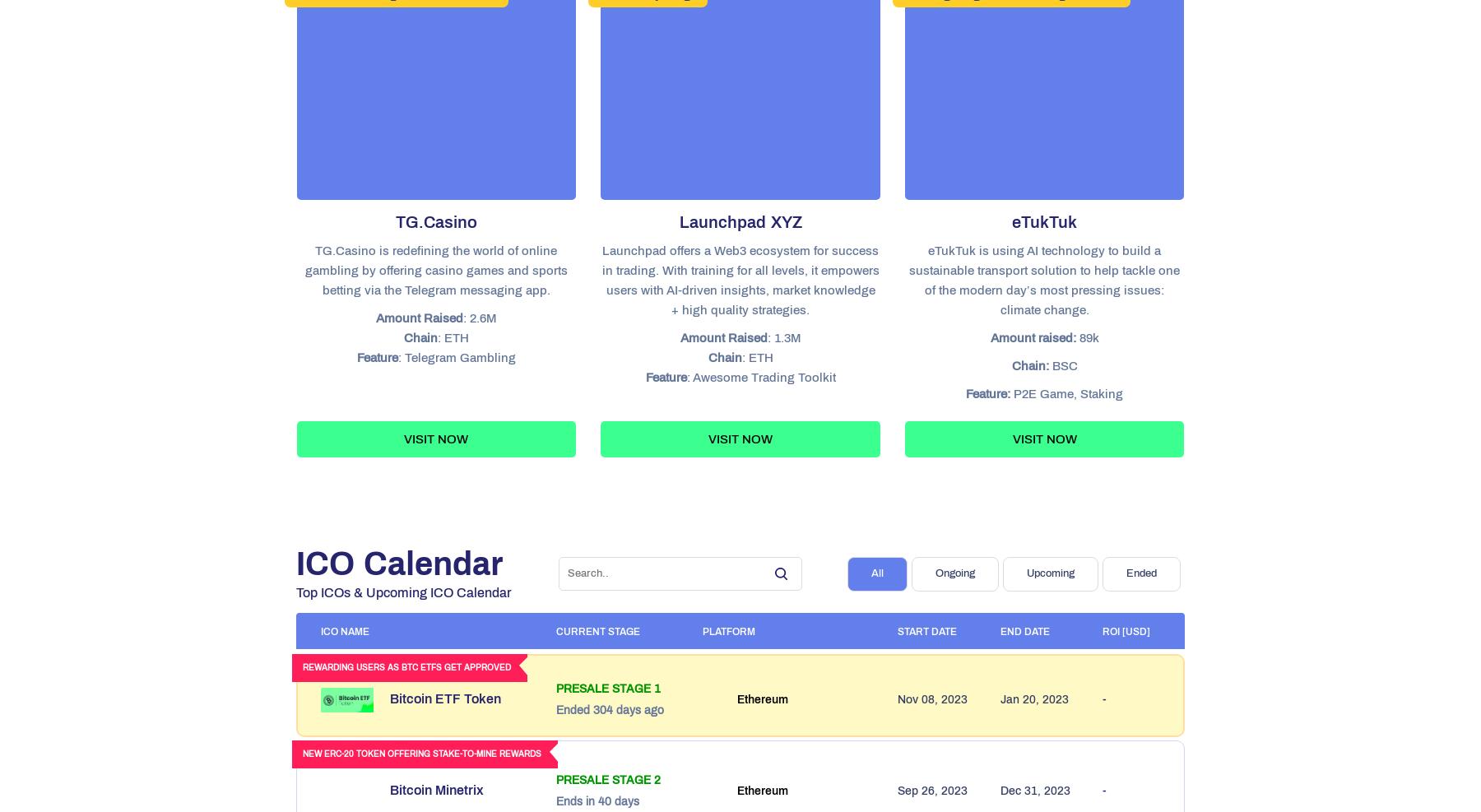  What do you see at coordinates (1026, 573) in the screenshot?
I see `'Upcoming'` at bounding box center [1026, 573].